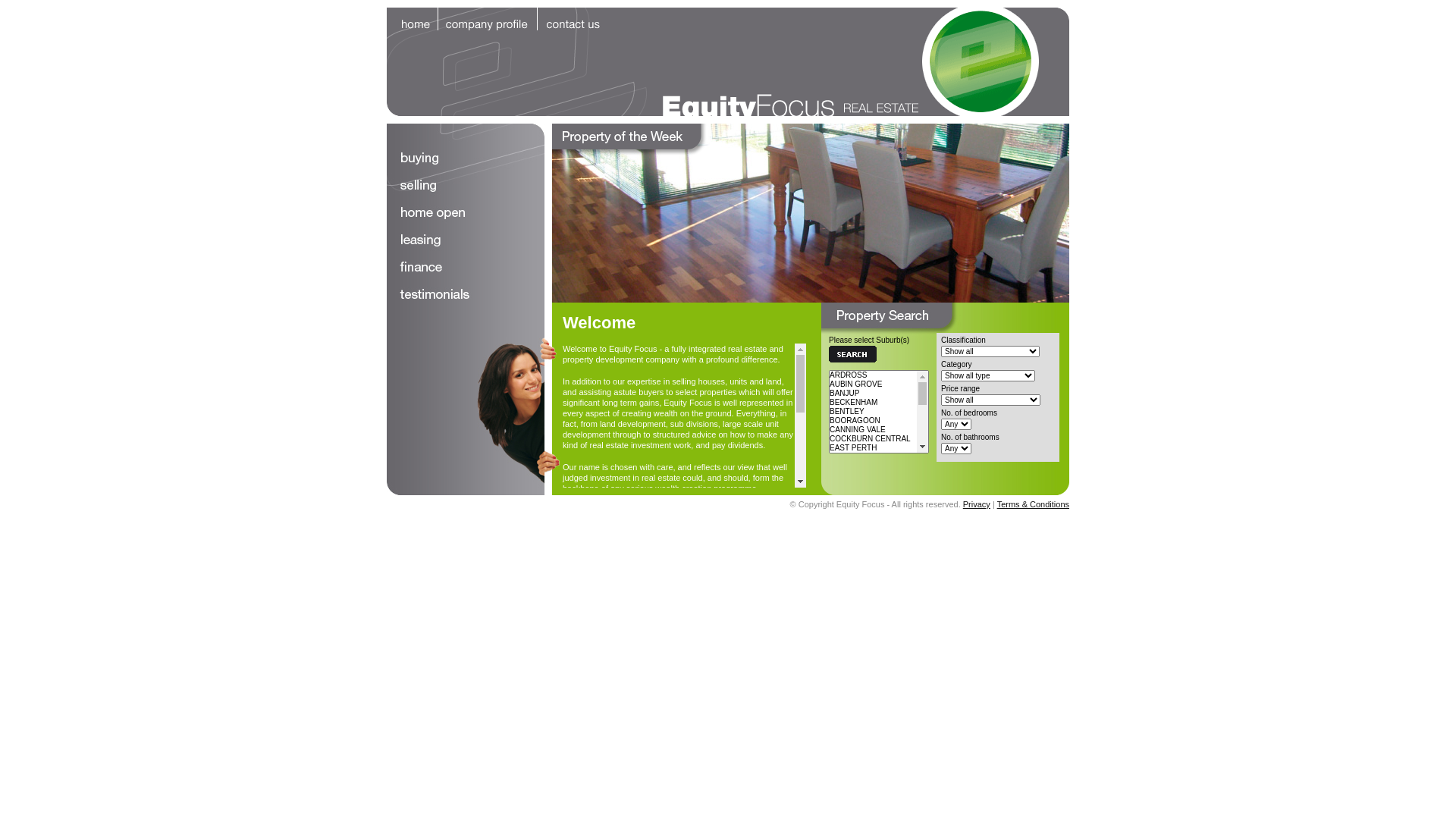  What do you see at coordinates (572, 18) in the screenshot?
I see `'contact us'` at bounding box center [572, 18].